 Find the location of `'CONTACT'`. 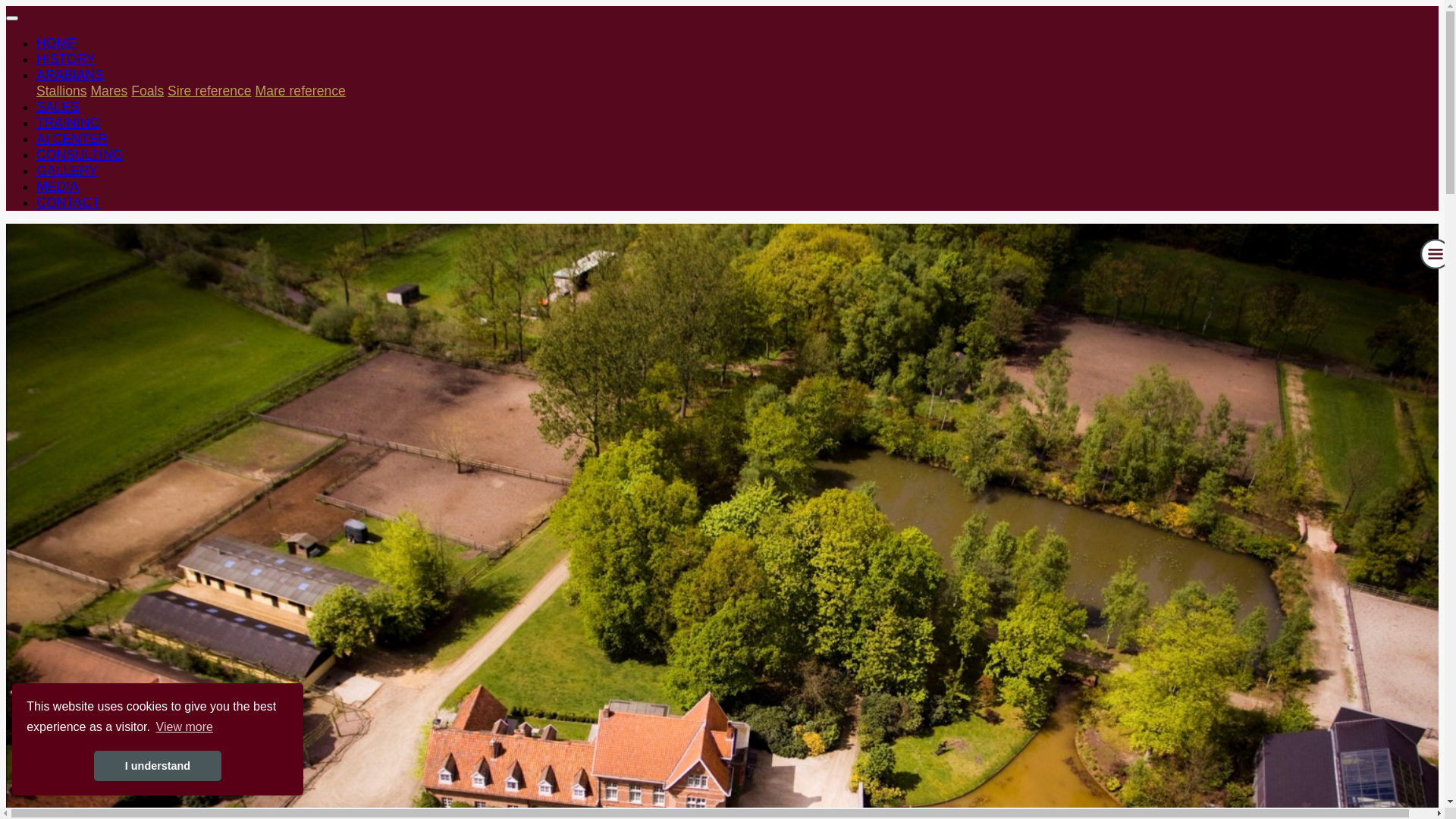

'CONTACT' is located at coordinates (67, 201).